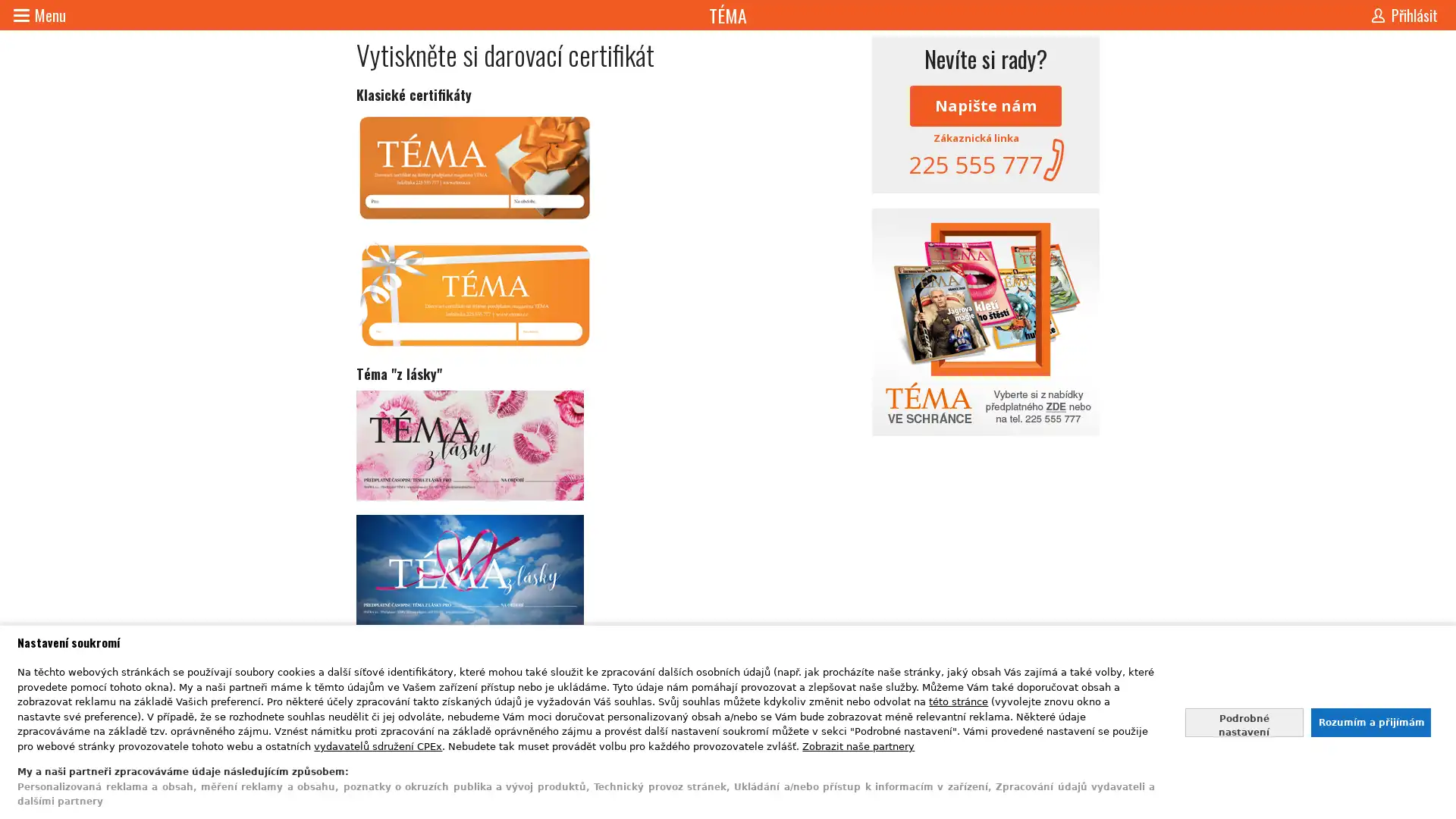  I want to click on Zobrazit nase partnery, so click(858, 745).